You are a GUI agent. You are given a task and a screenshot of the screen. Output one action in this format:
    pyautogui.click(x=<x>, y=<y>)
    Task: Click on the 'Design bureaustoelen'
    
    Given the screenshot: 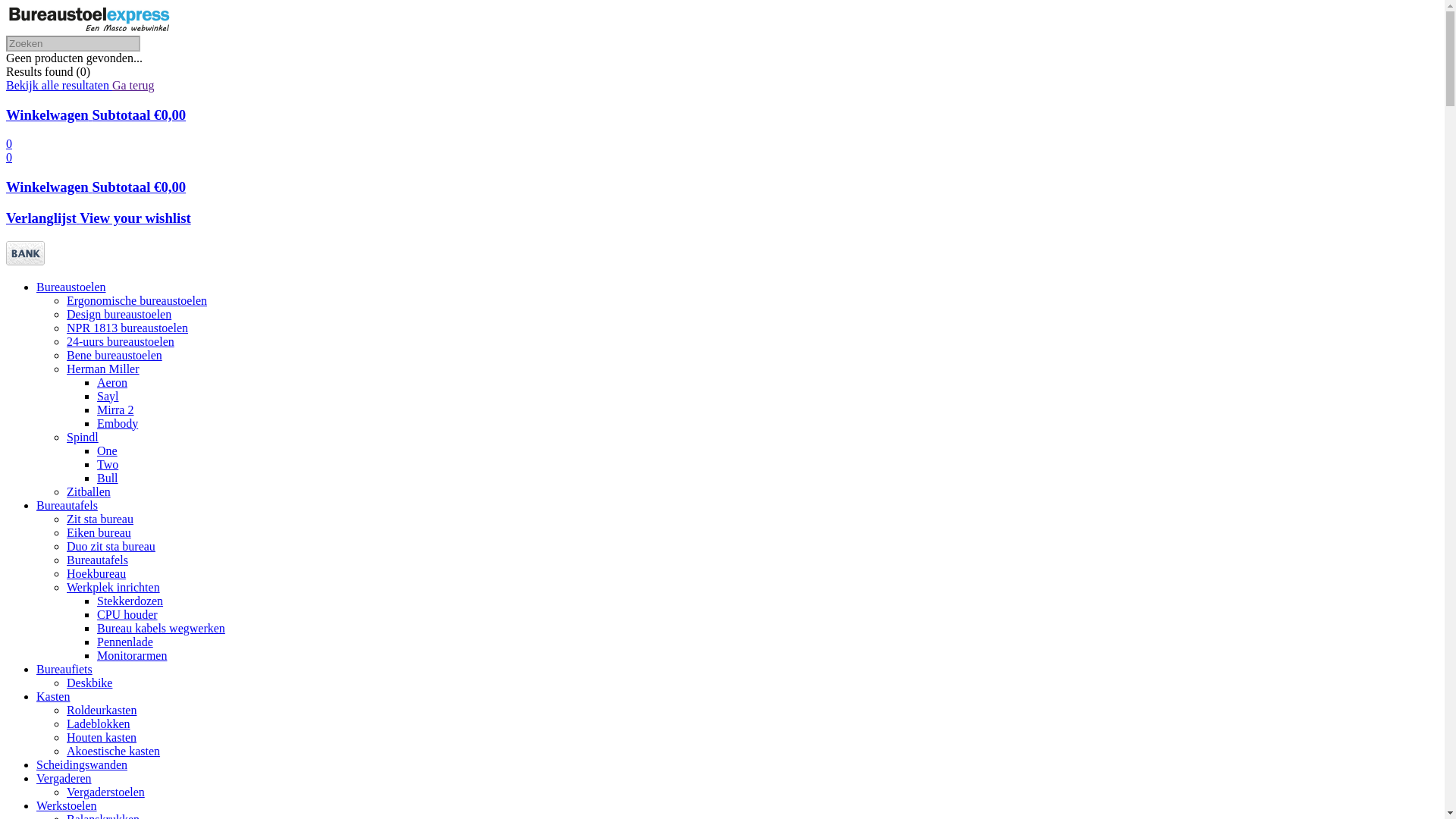 What is the action you would take?
    pyautogui.click(x=118, y=313)
    